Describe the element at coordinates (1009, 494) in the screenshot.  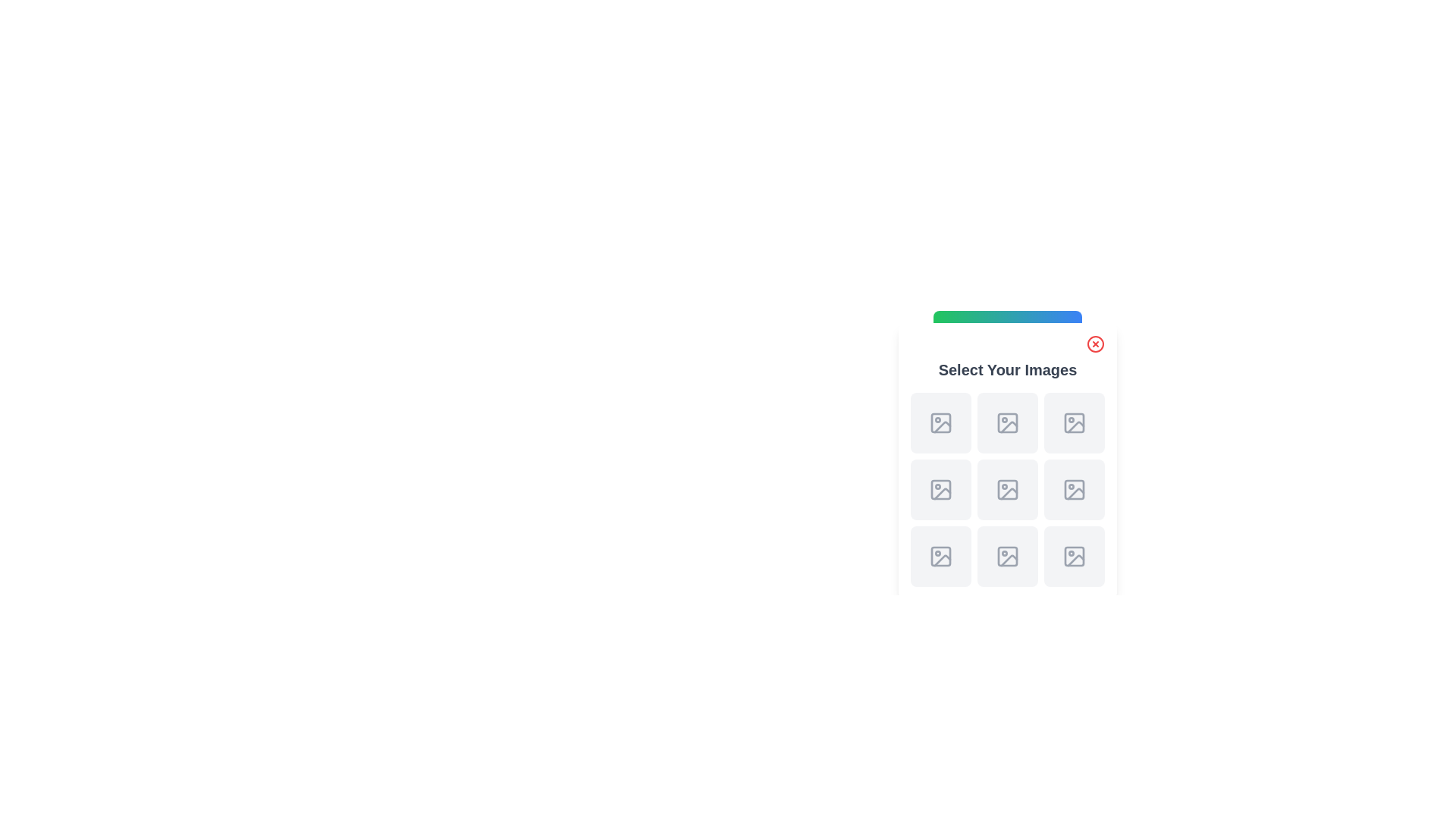
I see `the broken image icon, which is styled as a small diagonal image depiction with a light gray color scheme, located in the middle cell of the bottom row of the UI grid layout` at that location.